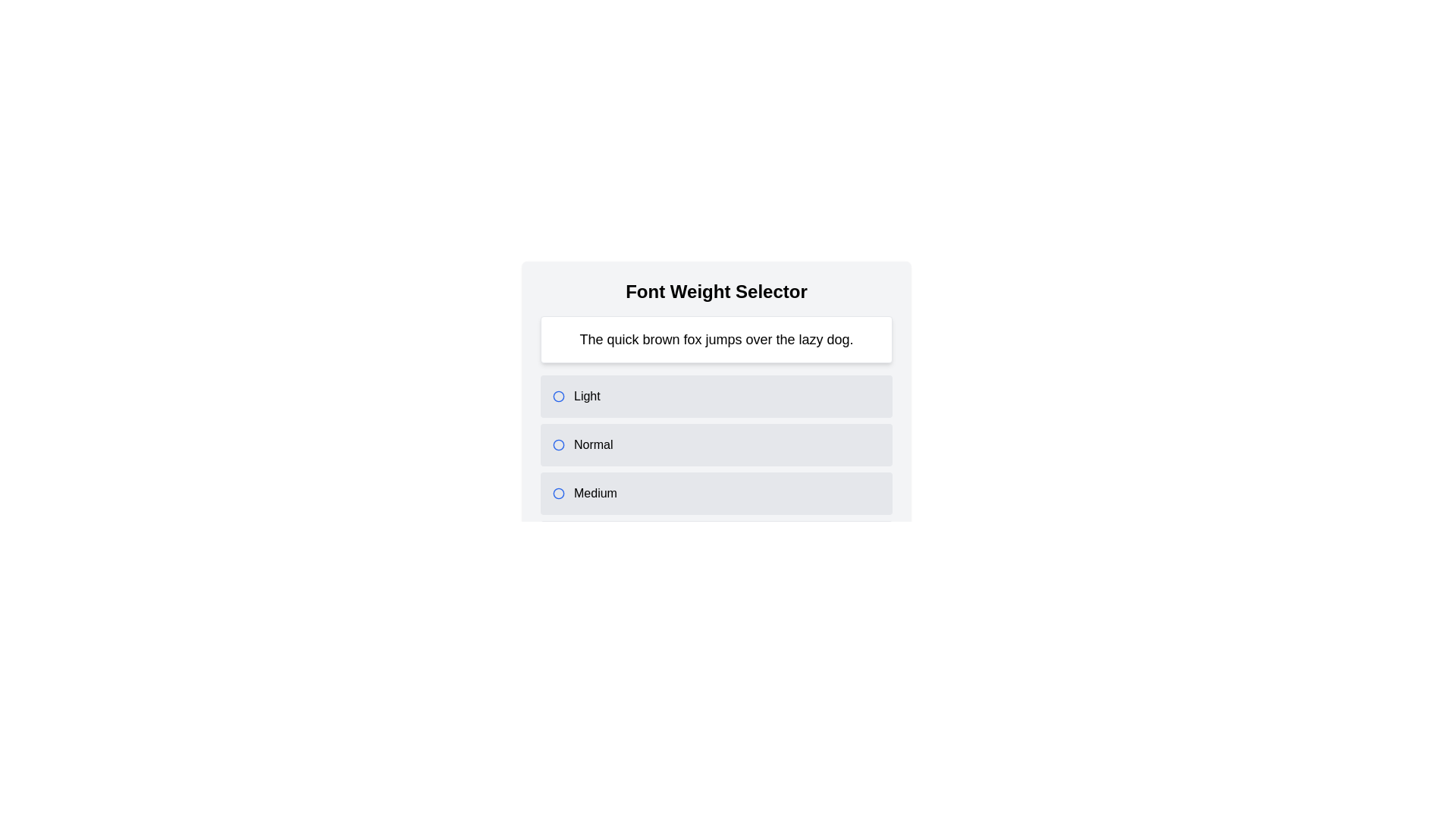 The height and width of the screenshot is (819, 1456). What do you see at coordinates (716, 444) in the screenshot?
I see `the 'Normal' option from the 'Font Weight Selector' radio selection list, which is the second option in the list of choices` at bounding box center [716, 444].